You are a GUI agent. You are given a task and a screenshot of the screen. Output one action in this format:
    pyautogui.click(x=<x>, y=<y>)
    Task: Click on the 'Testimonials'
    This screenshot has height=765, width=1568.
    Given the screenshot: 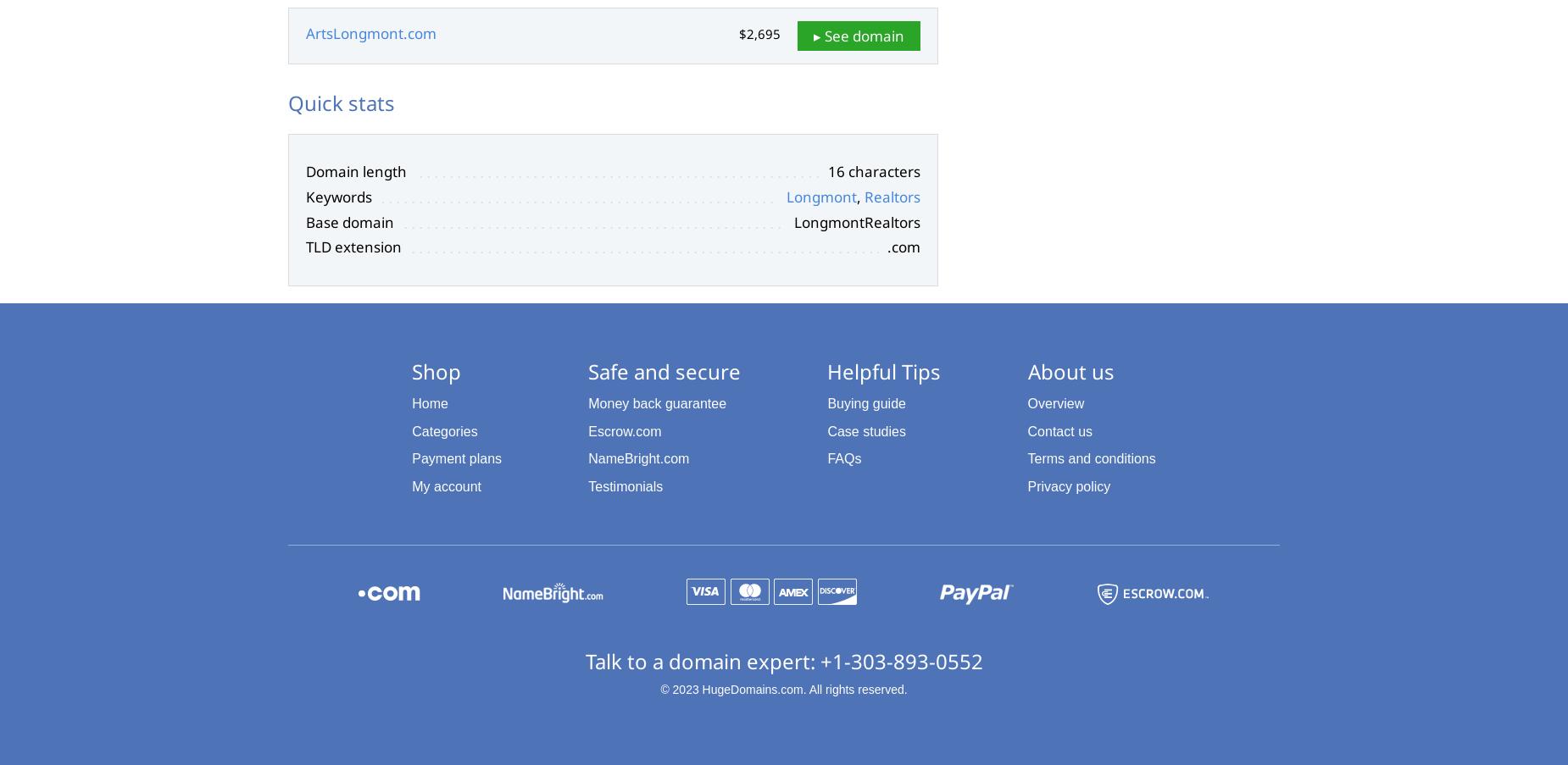 What is the action you would take?
    pyautogui.click(x=625, y=485)
    